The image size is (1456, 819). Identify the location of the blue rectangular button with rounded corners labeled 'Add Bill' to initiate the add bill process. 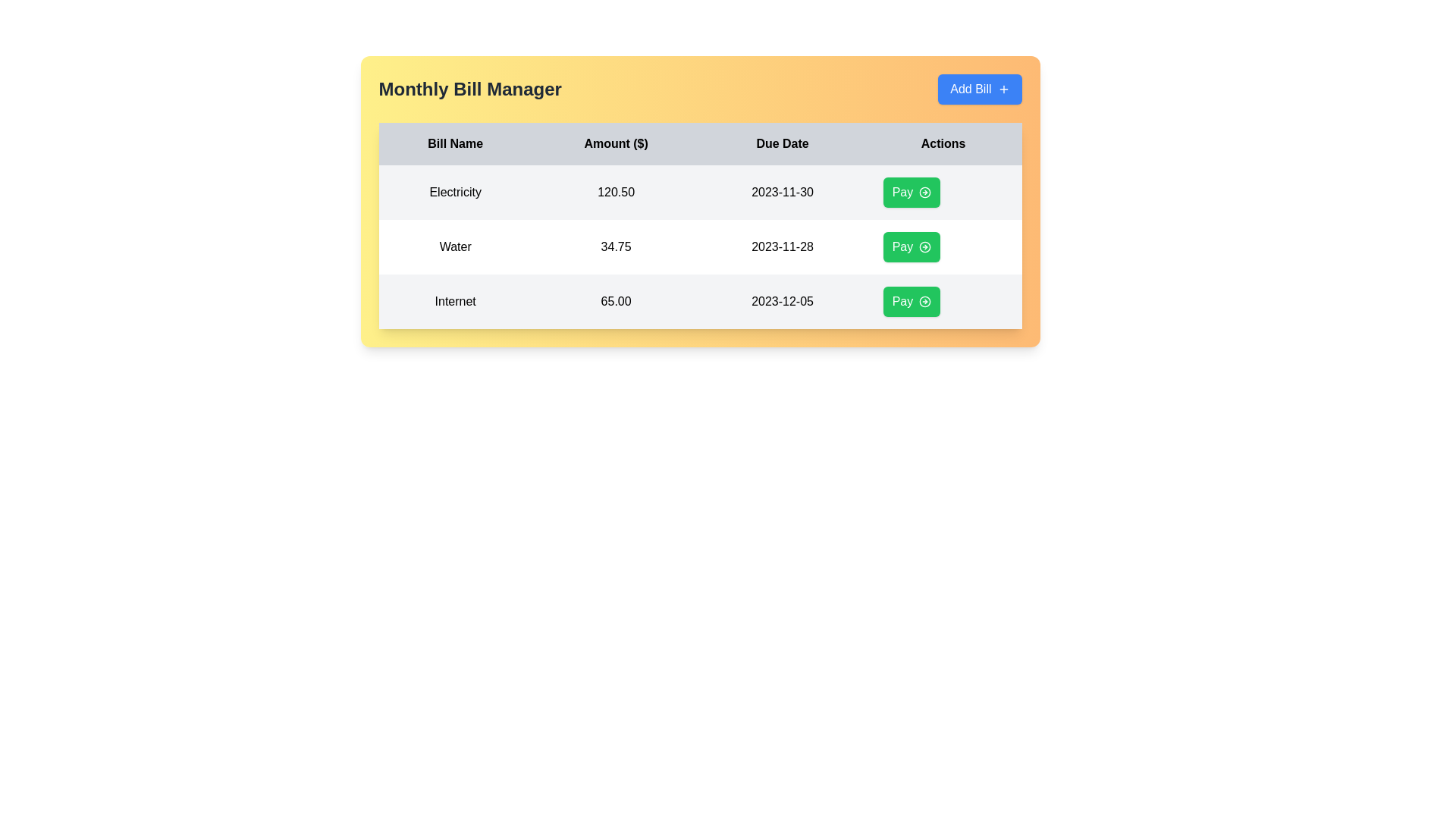
(980, 89).